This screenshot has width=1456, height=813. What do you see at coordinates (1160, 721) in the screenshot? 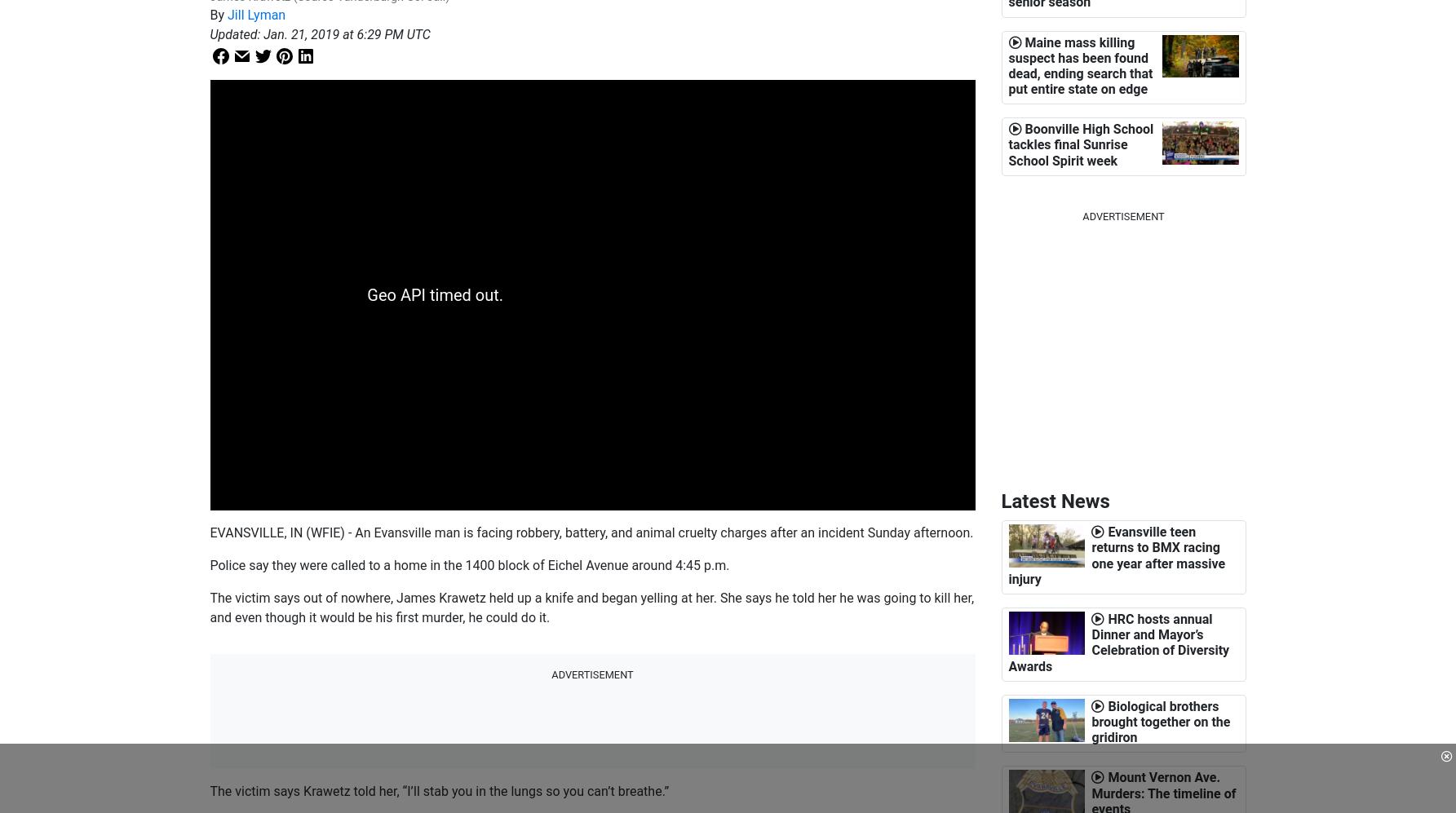
I see `'Biological brothers brought together on the gridiron'` at bounding box center [1160, 721].